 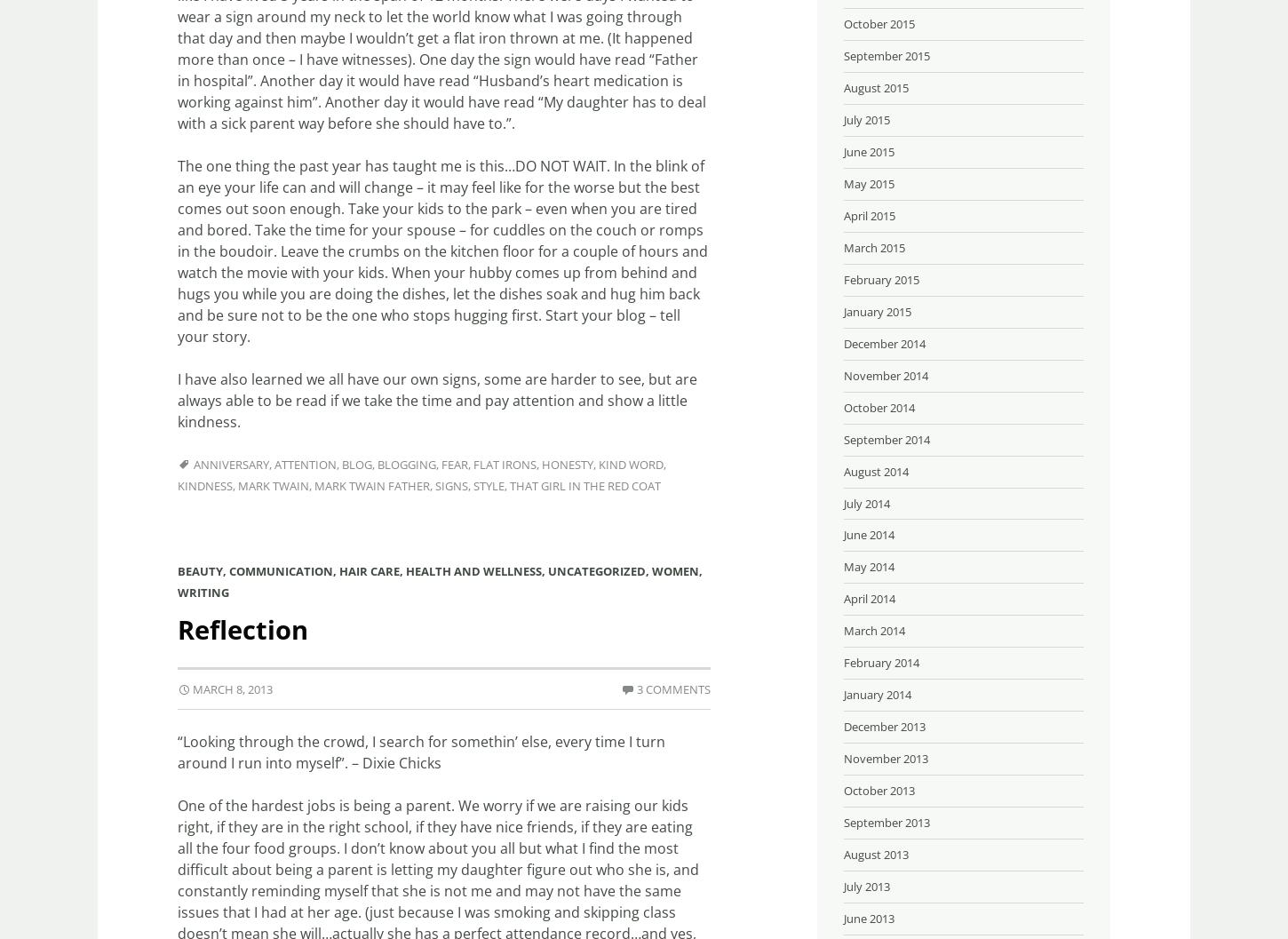 What do you see at coordinates (454, 465) in the screenshot?
I see `'fear'` at bounding box center [454, 465].